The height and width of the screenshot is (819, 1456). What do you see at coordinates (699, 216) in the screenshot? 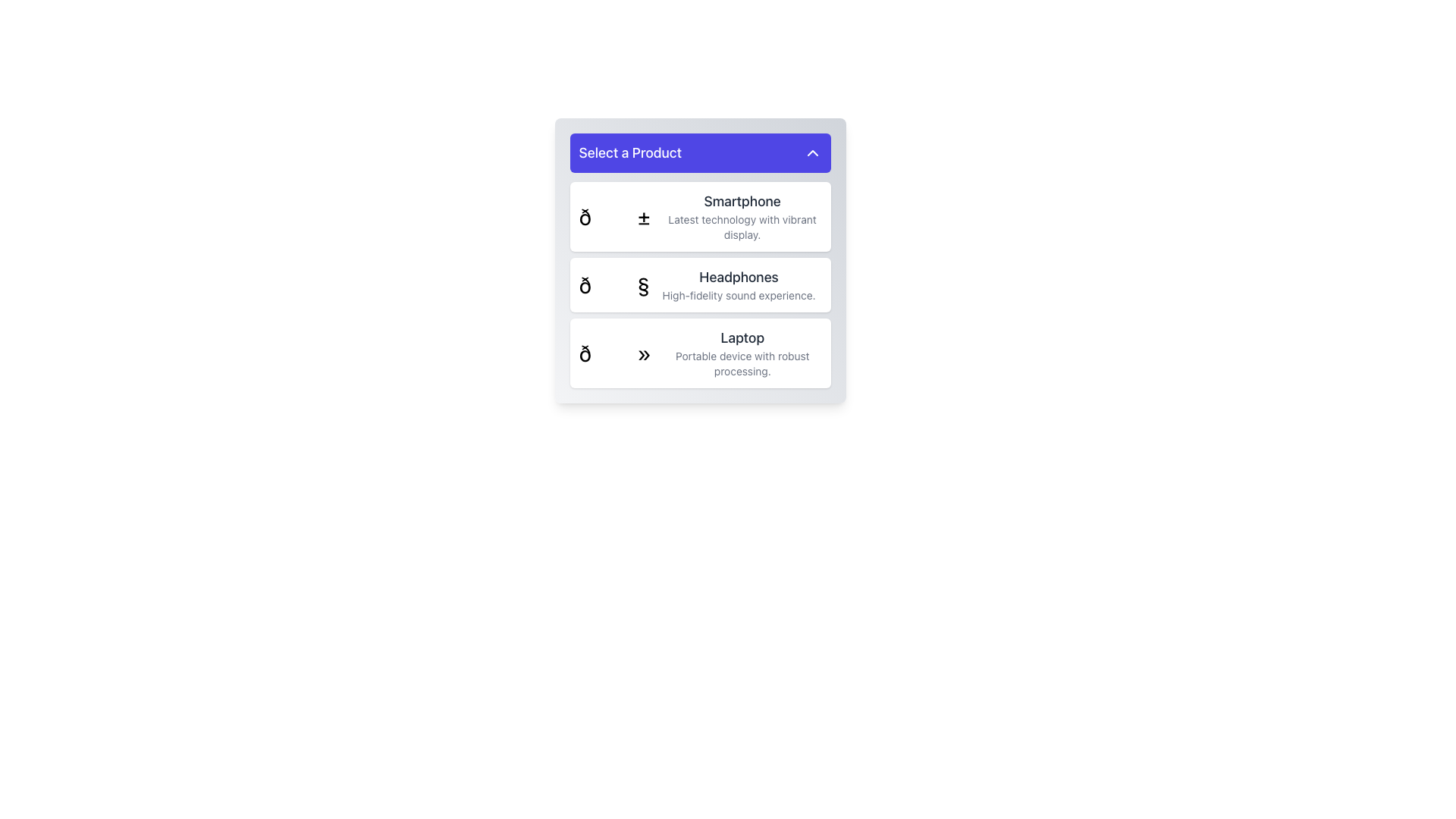
I see `the first list item which contains a smartphone icon, header 'Smartphone', and description 'Latest technology with vibrant display.'` at bounding box center [699, 216].